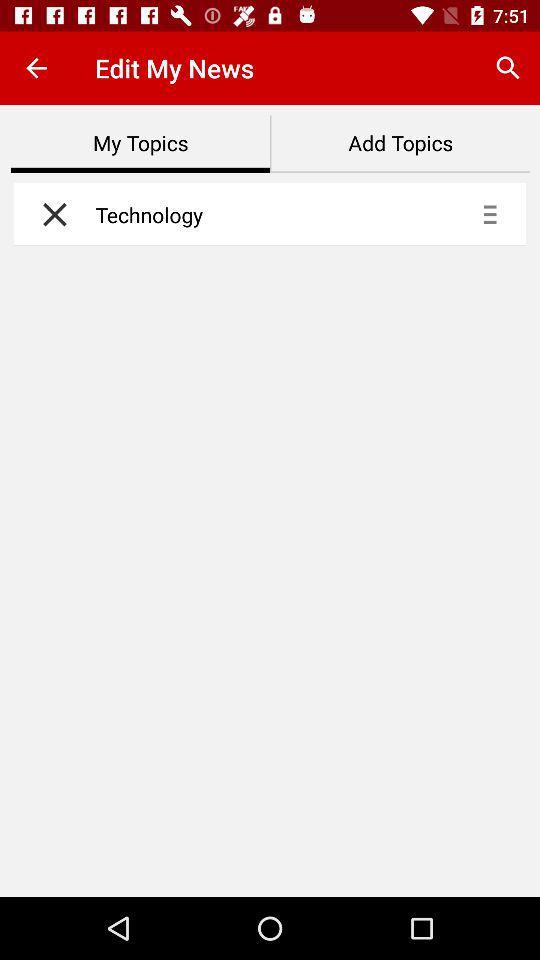 The image size is (540, 960). Describe the element at coordinates (36, 68) in the screenshot. I see `icon above my topics` at that location.